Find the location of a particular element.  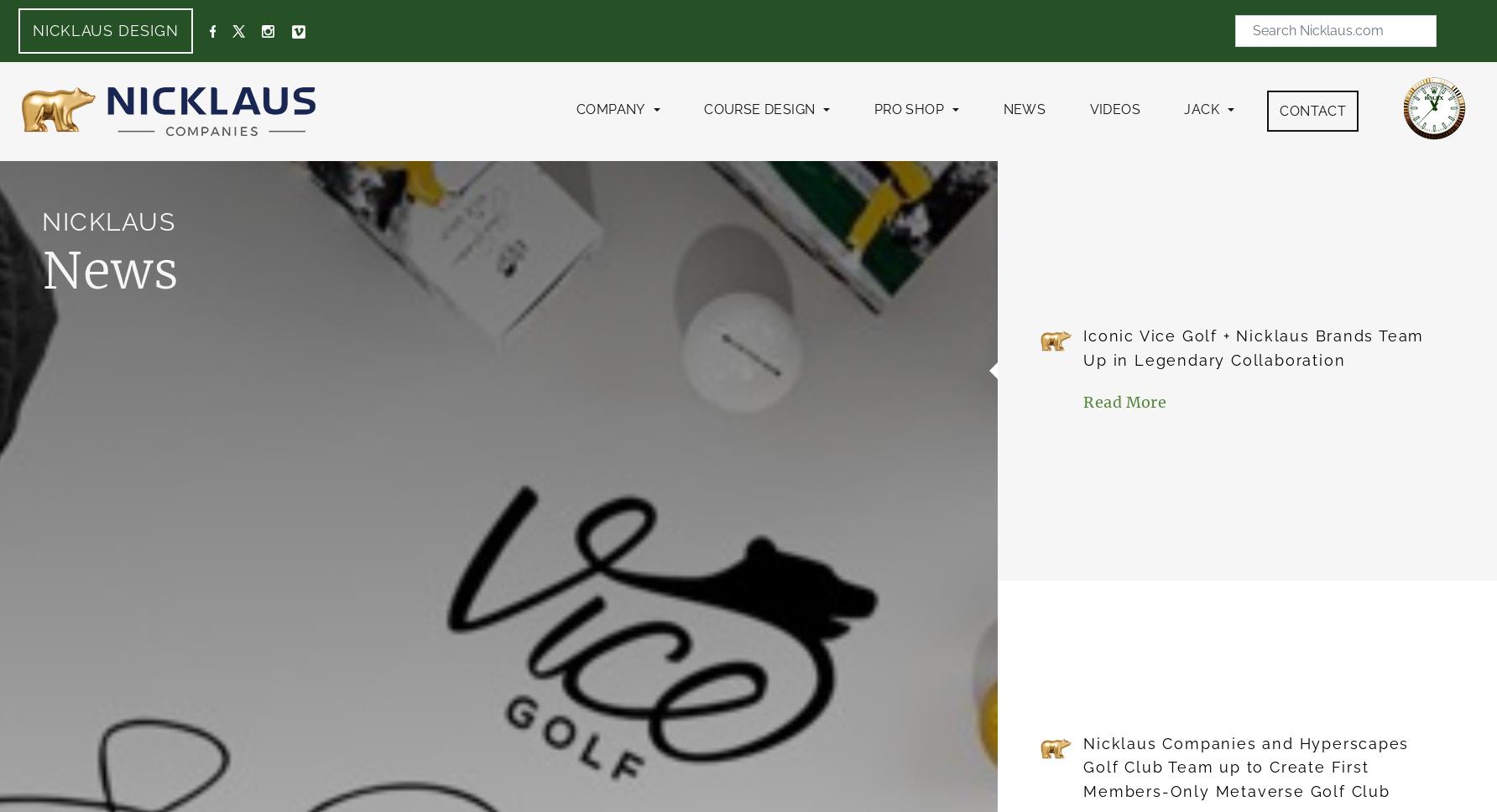

'Read More' is located at coordinates (1124, 401).